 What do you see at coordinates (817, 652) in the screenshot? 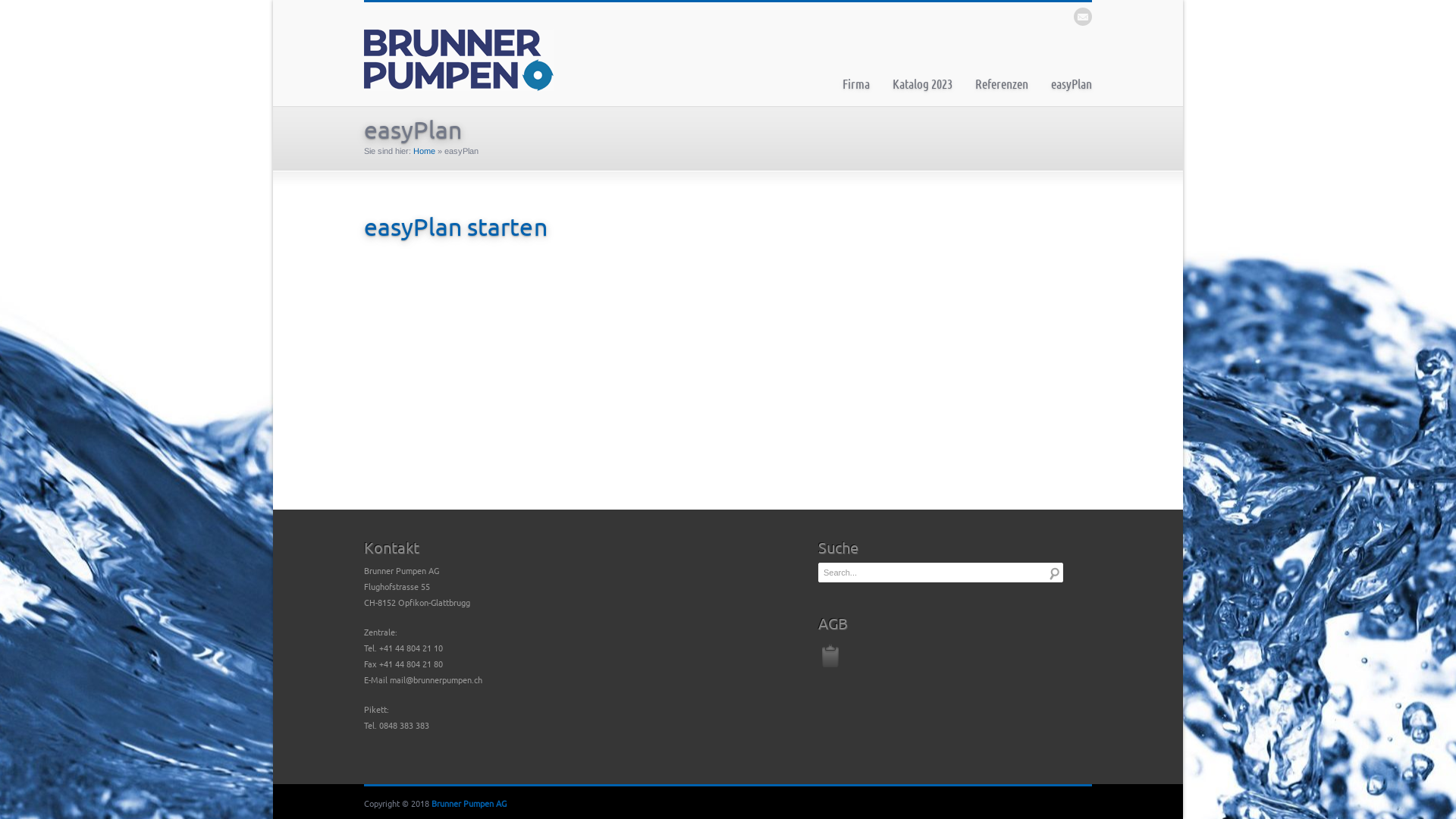
I see `'AGB'` at bounding box center [817, 652].